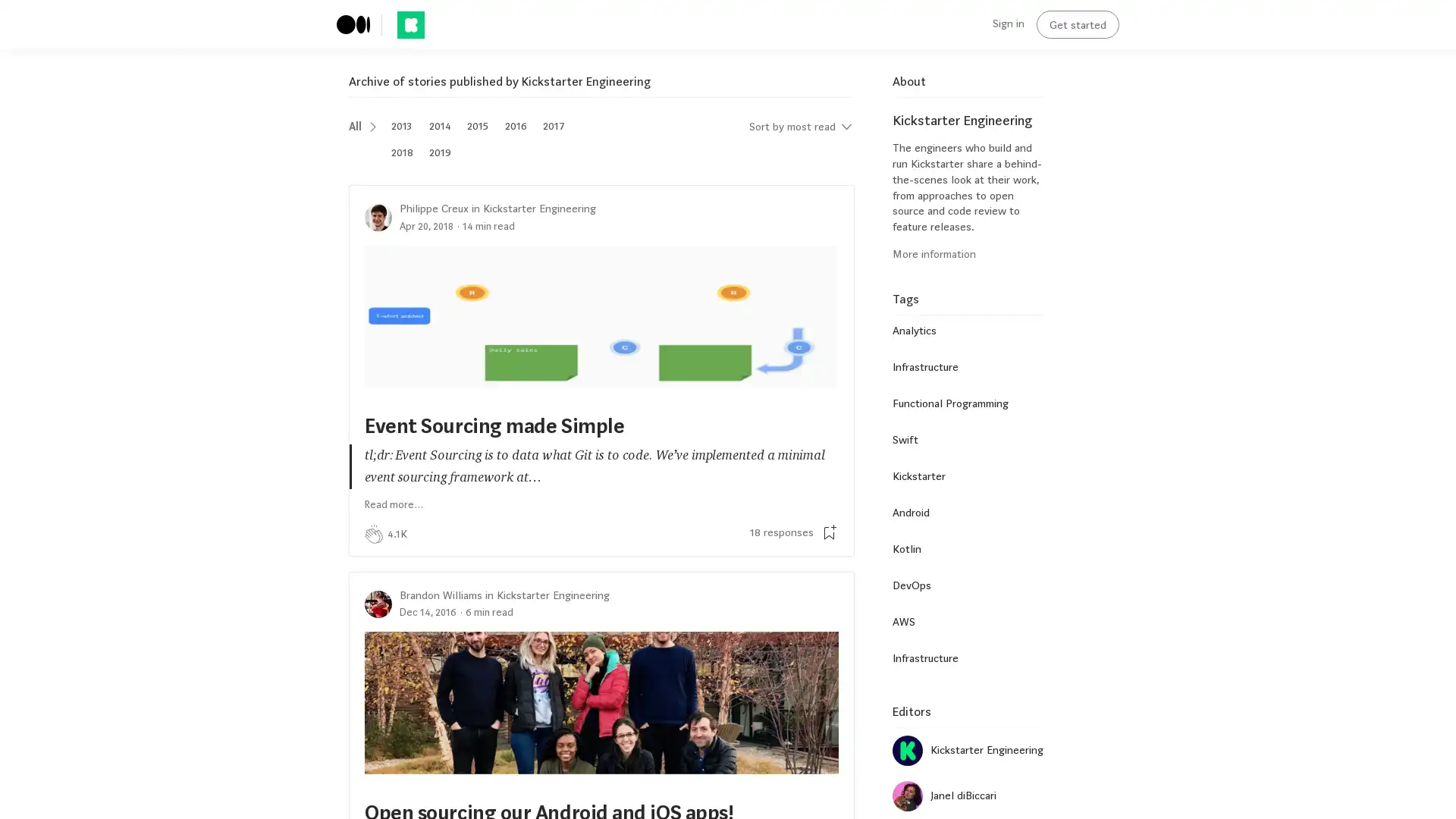  Describe the element at coordinates (397, 534) in the screenshot. I see `4.1K` at that location.